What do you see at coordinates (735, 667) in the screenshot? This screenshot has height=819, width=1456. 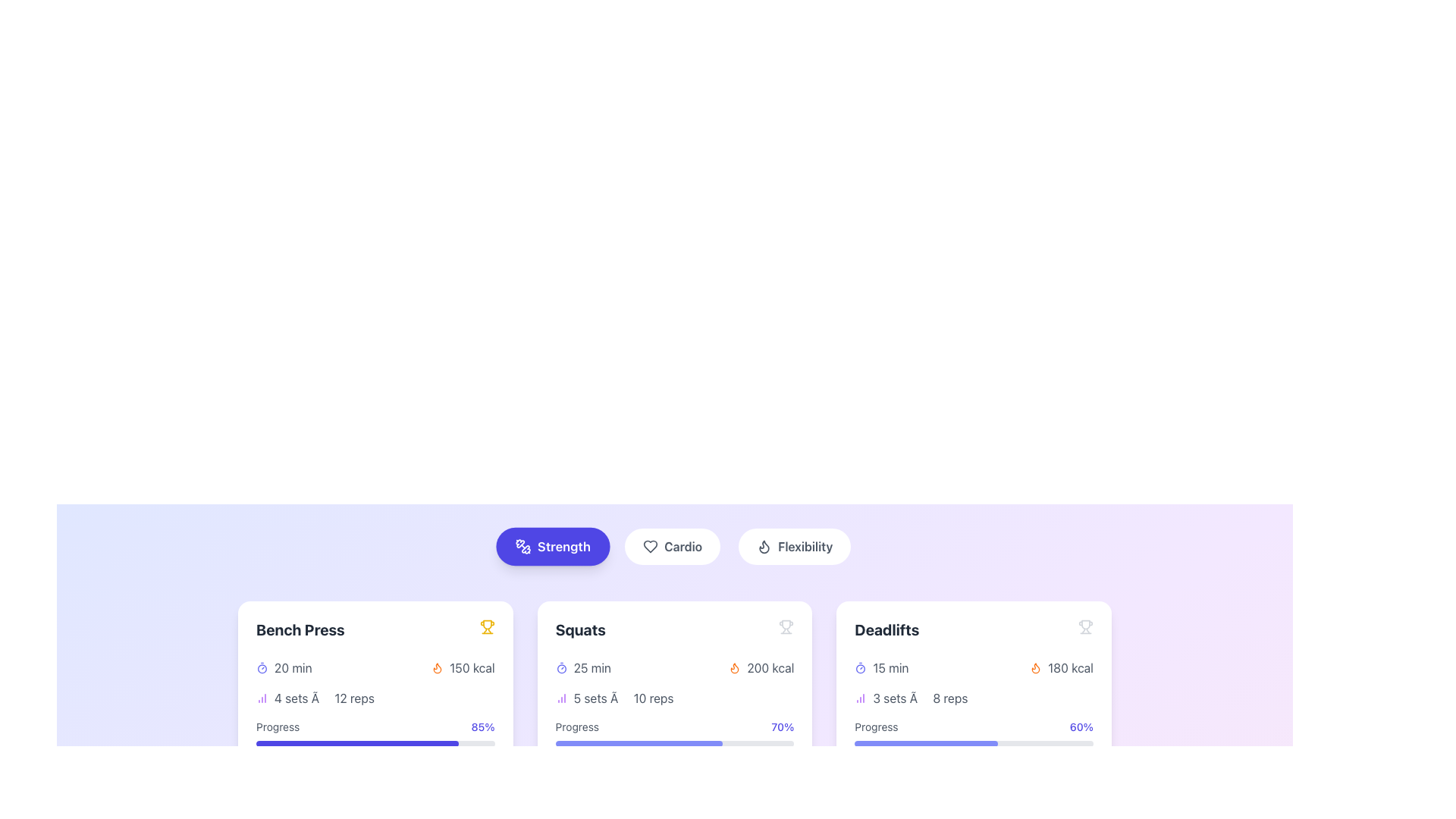 I see `the icon representing calories burned, which is positioned to the left of the '200 kcal' text within the workout card for 'Squats'` at bounding box center [735, 667].